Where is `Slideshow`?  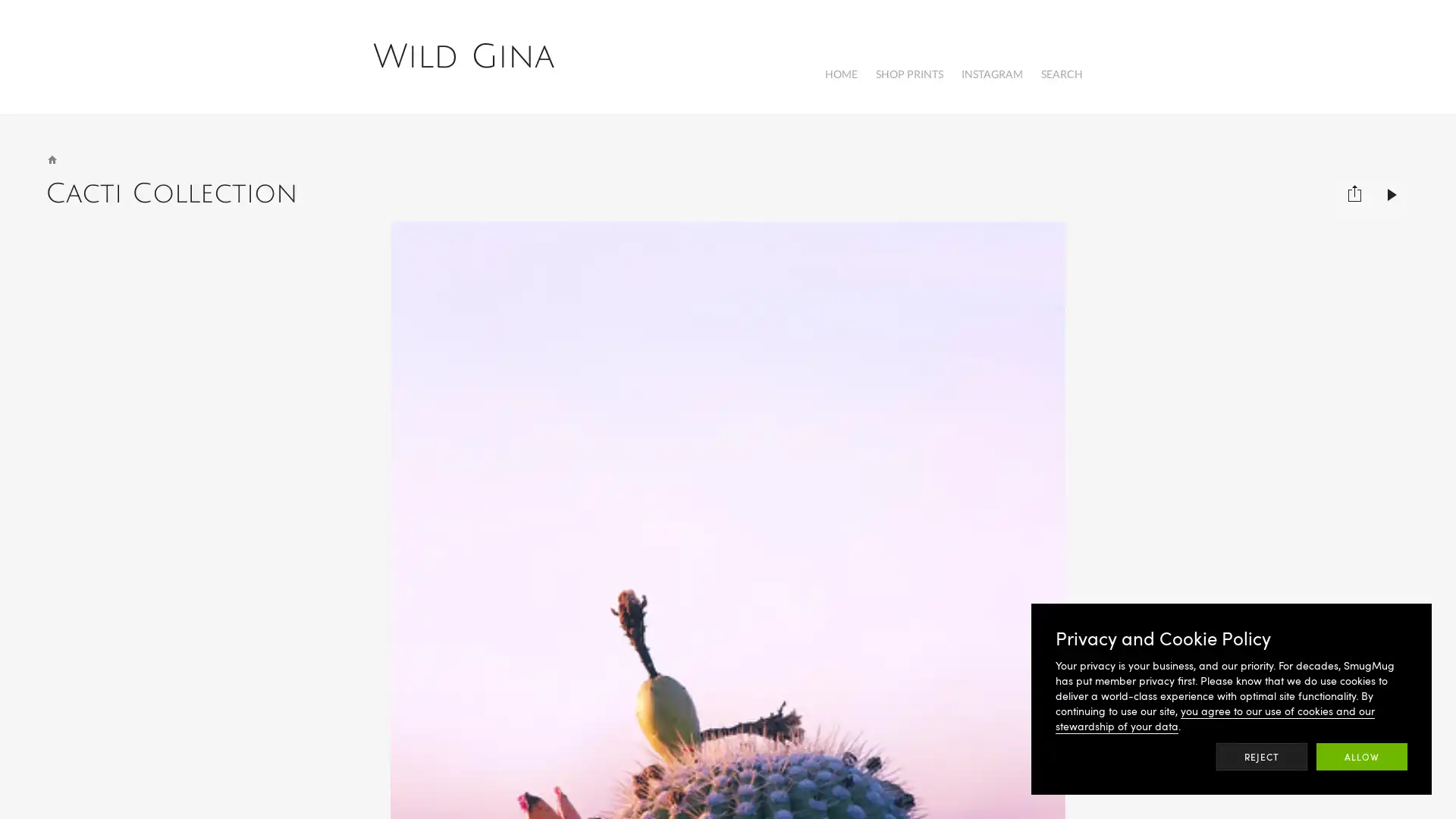 Slideshow is located at coordinates (1392, 185).